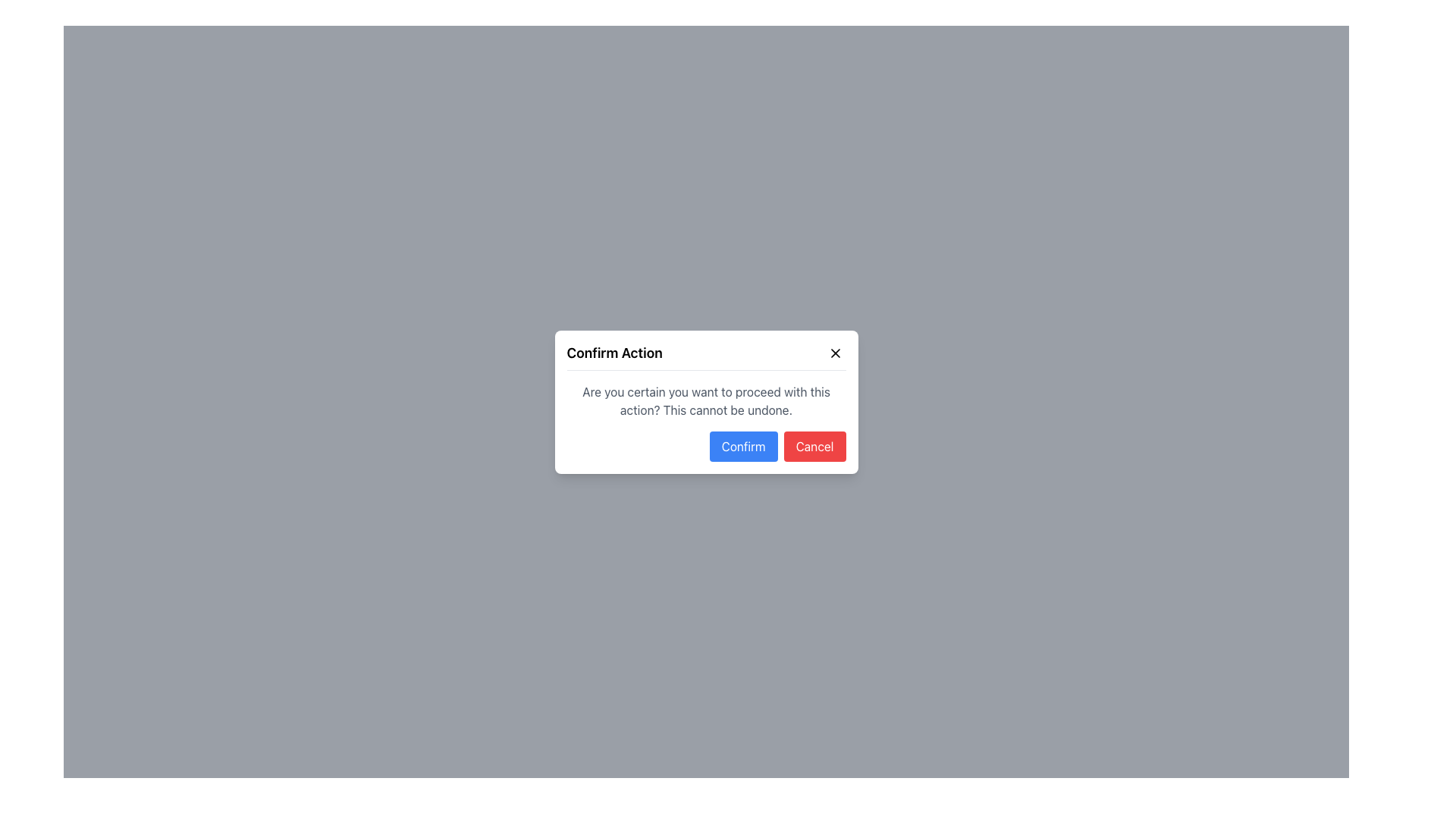 Image resolution: width=1456 pixels, height=819 pixels. What do you see at coordinates (814, 445) in the screenshot?
I see `the 'Cancel' button, which is a rectangular button with a red background and white text, located at the bottom-right of the dialog box` at bounding box center [814, 445].